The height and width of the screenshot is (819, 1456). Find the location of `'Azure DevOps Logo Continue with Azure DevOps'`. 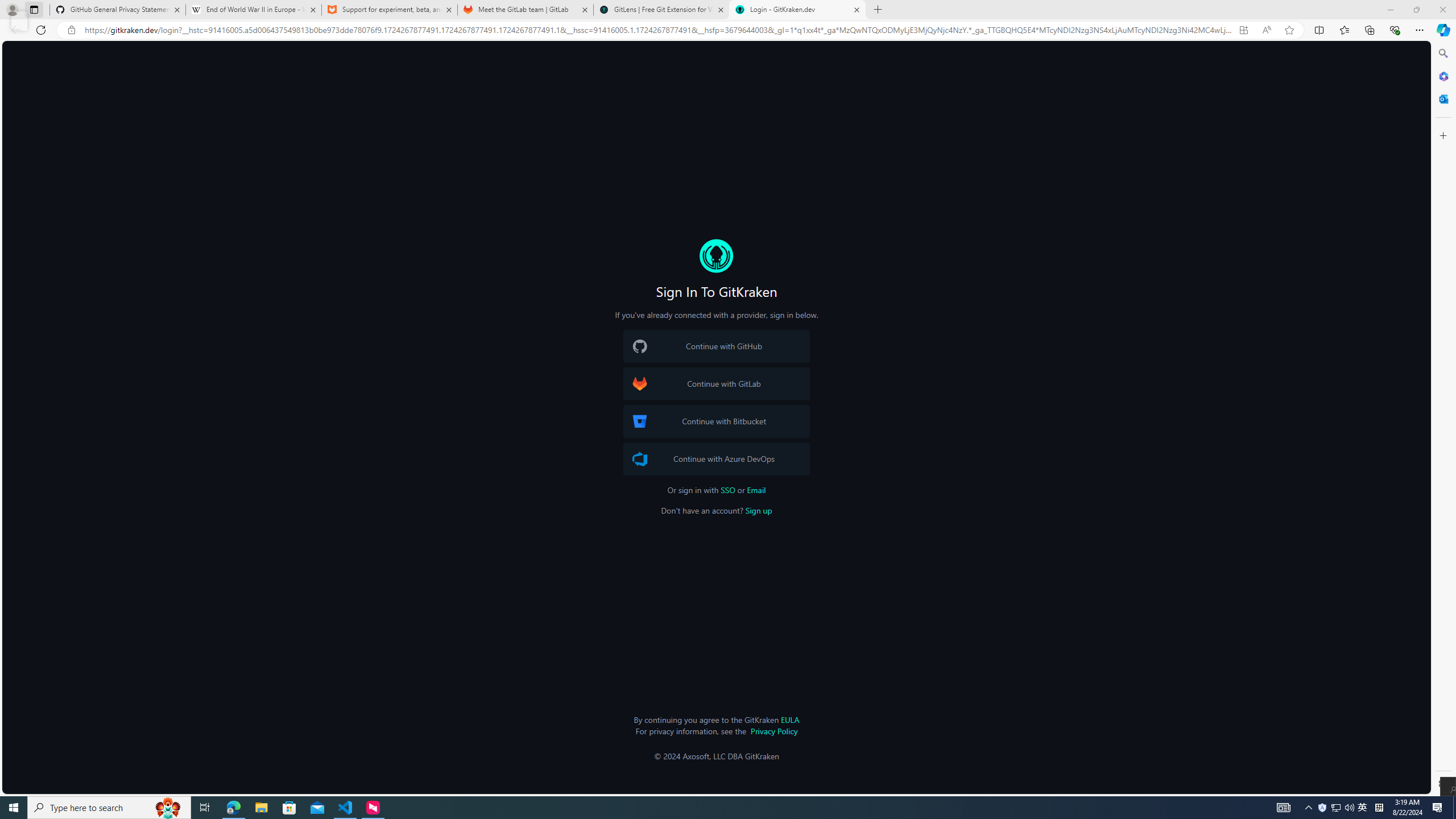

'Azure DevOps Logo Continue with Azure DevOps' is located at coordinates (716, 459).